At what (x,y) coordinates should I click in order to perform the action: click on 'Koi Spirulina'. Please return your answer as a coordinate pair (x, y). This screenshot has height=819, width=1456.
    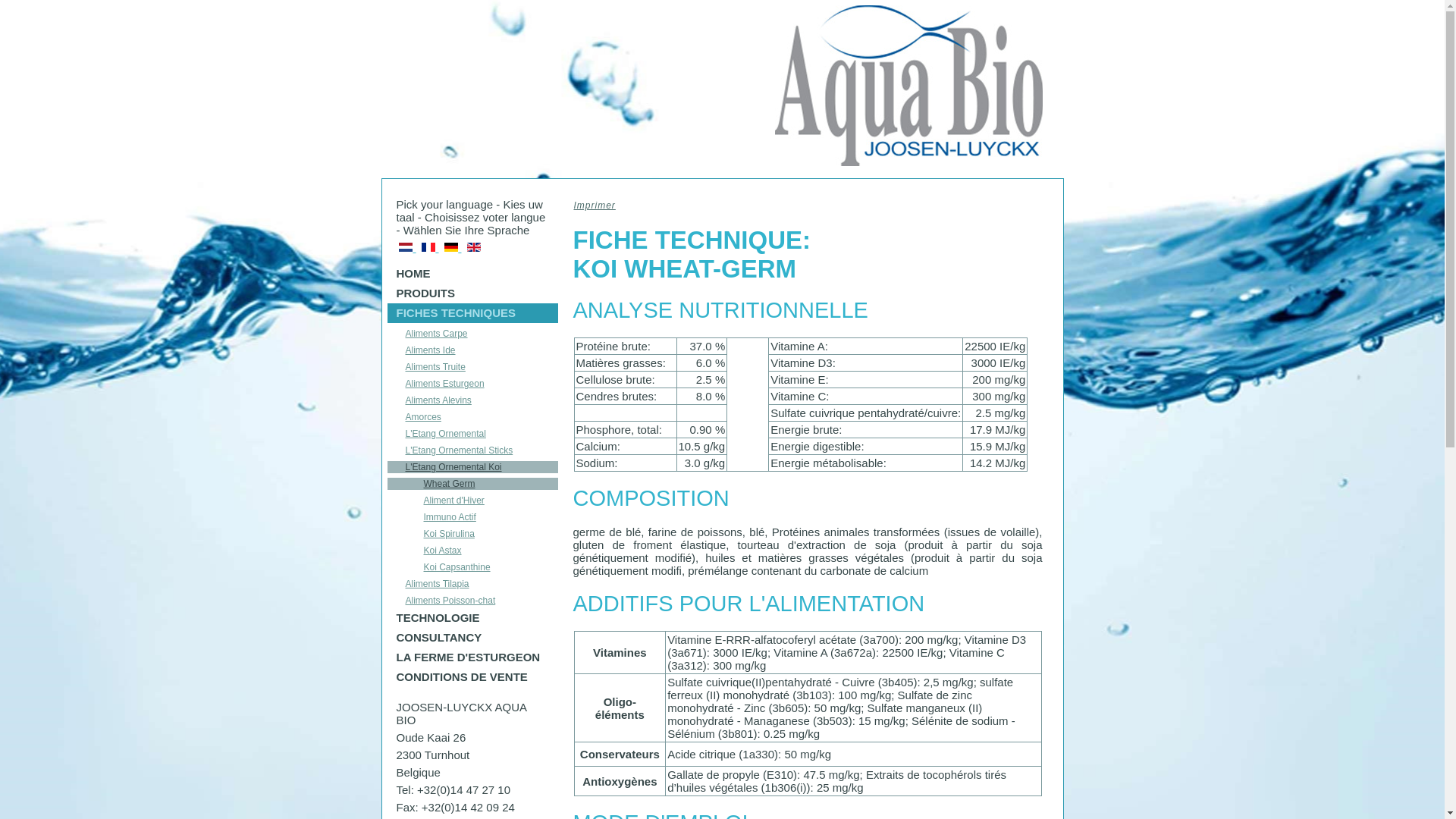
    Looking at the image, I should click on (471, 533).